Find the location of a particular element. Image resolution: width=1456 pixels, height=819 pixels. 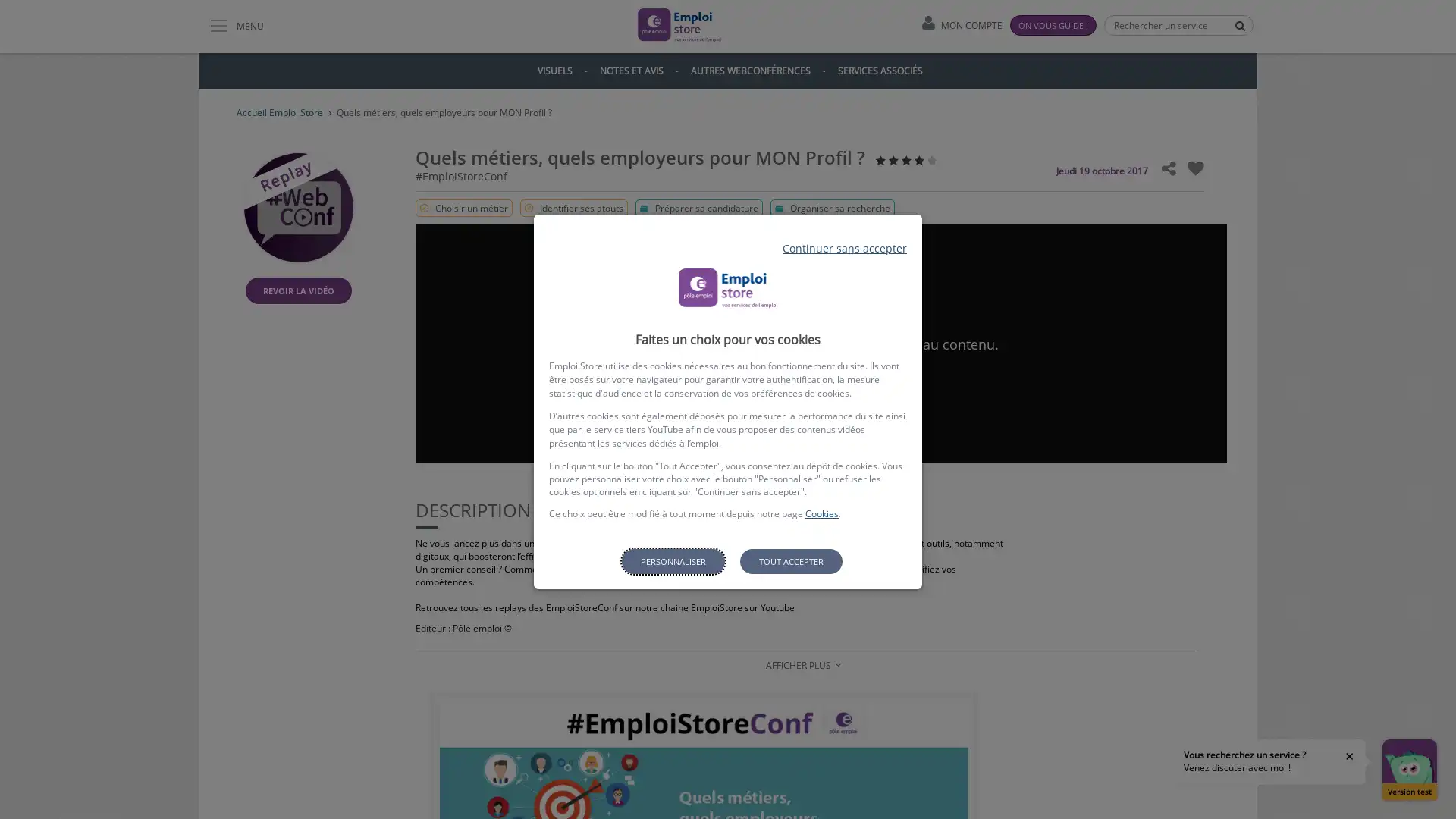

Tout accepter is located at coordinates (789, 561).